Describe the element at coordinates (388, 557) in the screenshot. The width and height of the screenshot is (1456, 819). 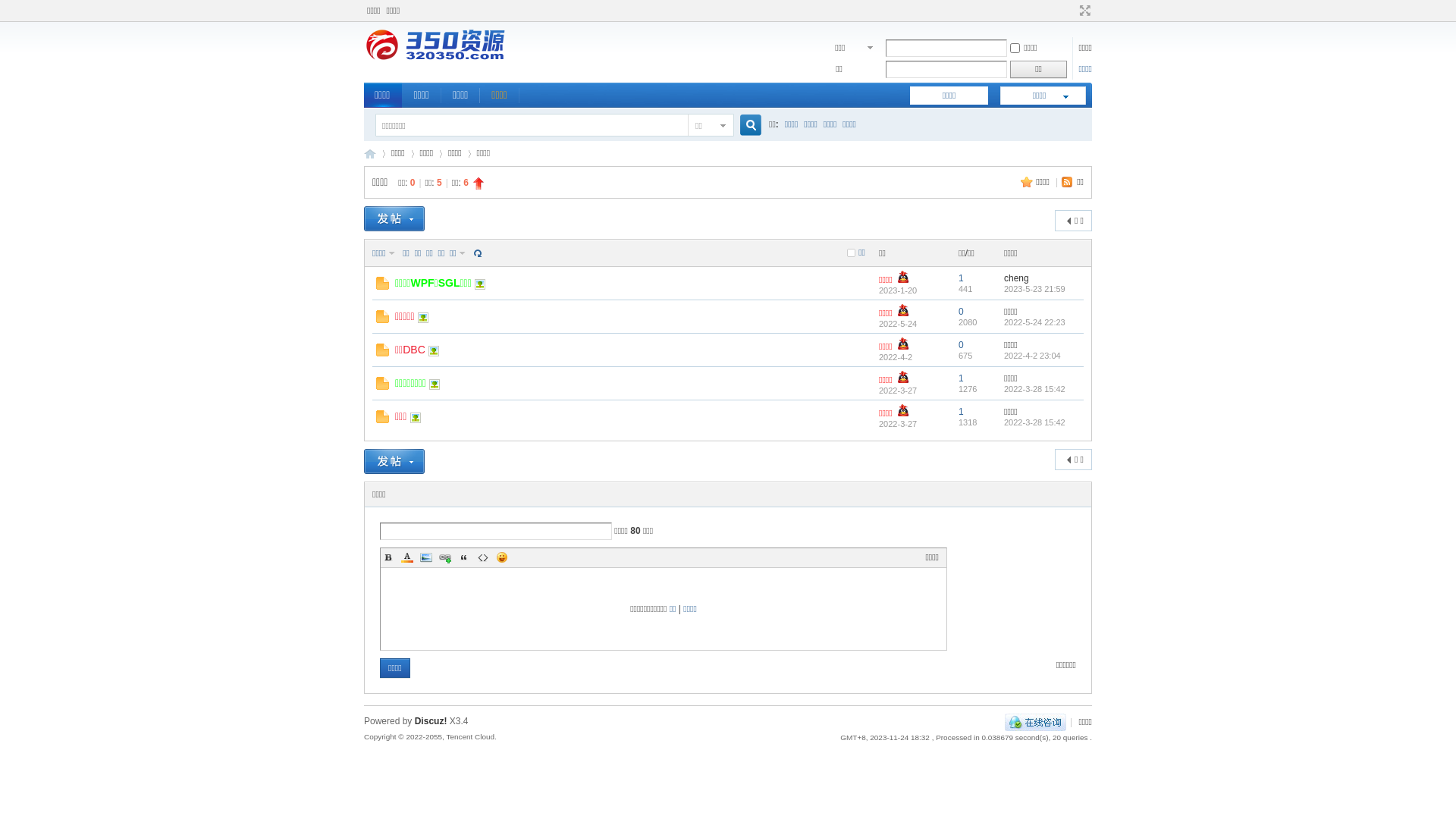
I see `'B'` at that location.